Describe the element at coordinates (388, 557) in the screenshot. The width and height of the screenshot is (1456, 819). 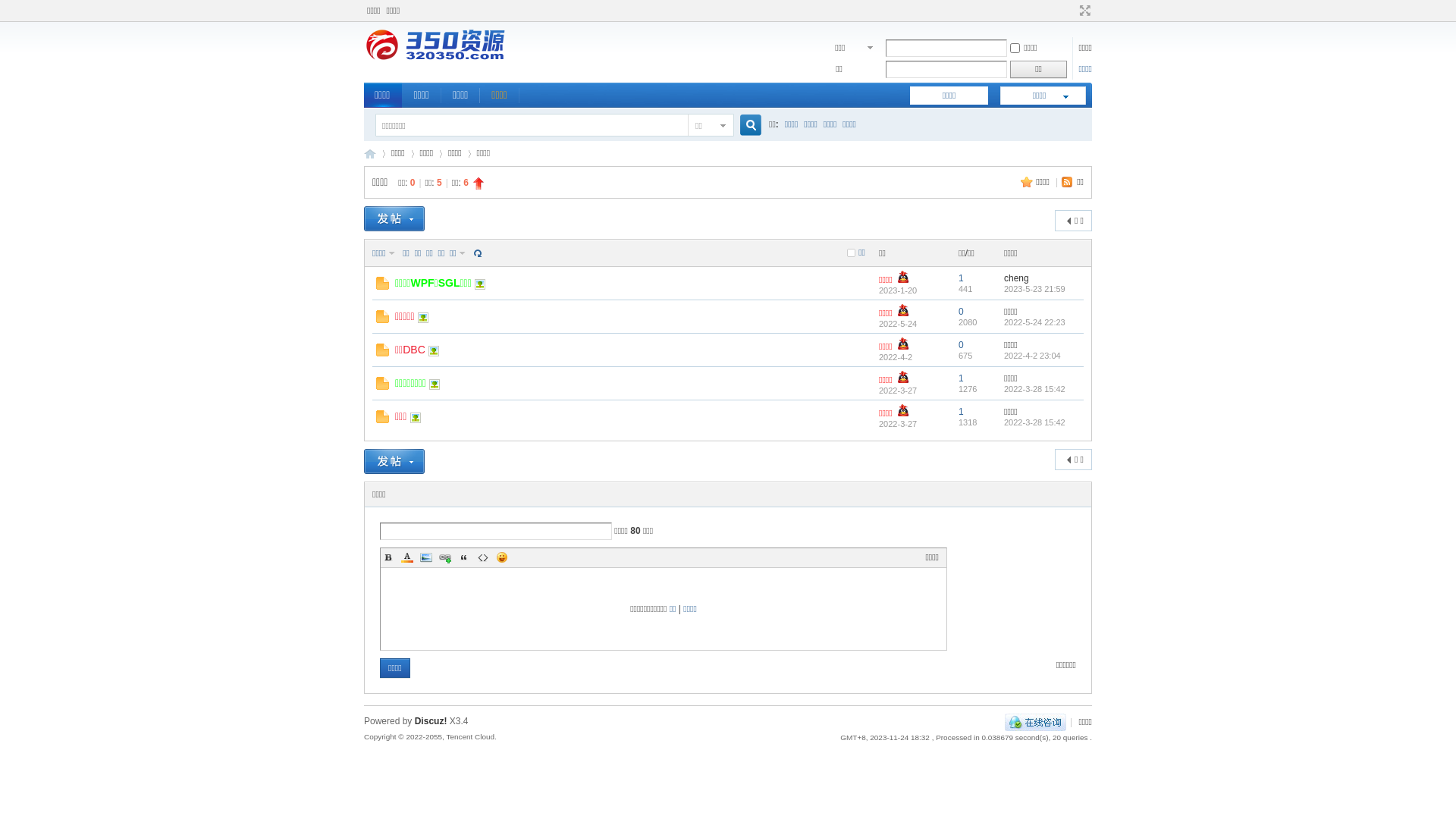
I see `'B'` at that location.